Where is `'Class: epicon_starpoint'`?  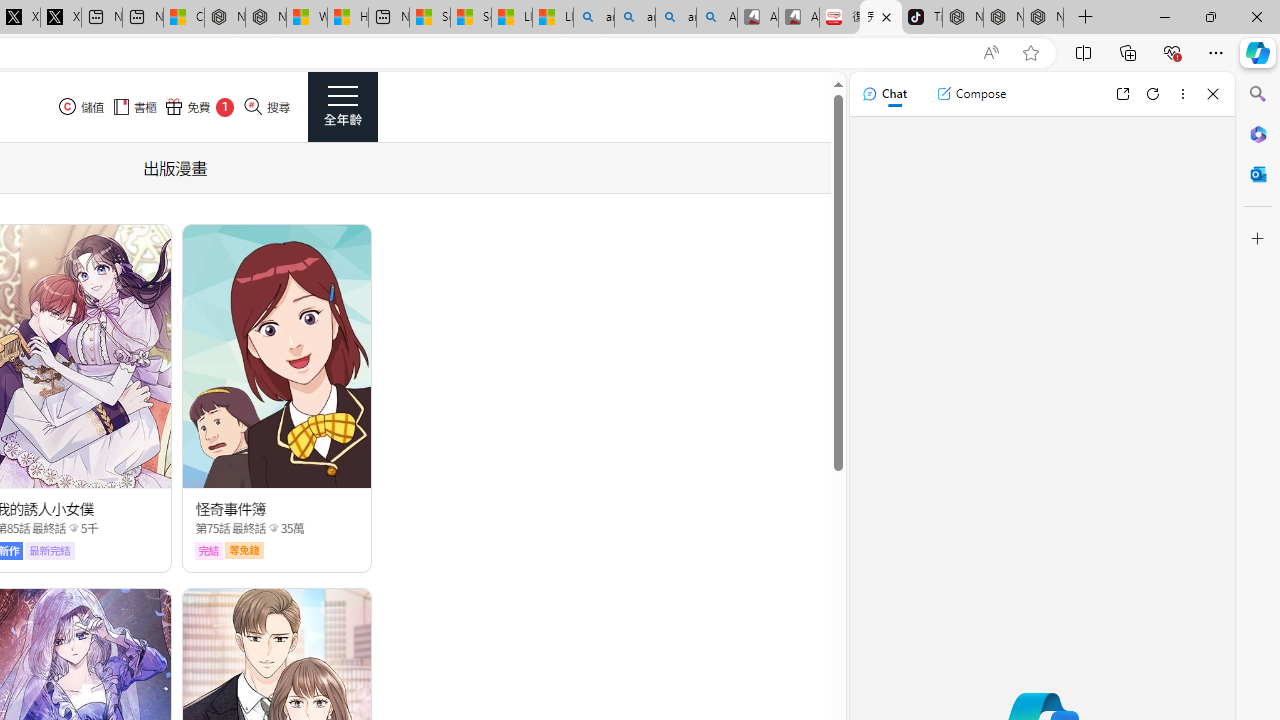 'Class: epicon_starpoint' is located at coordinates (272, 526).